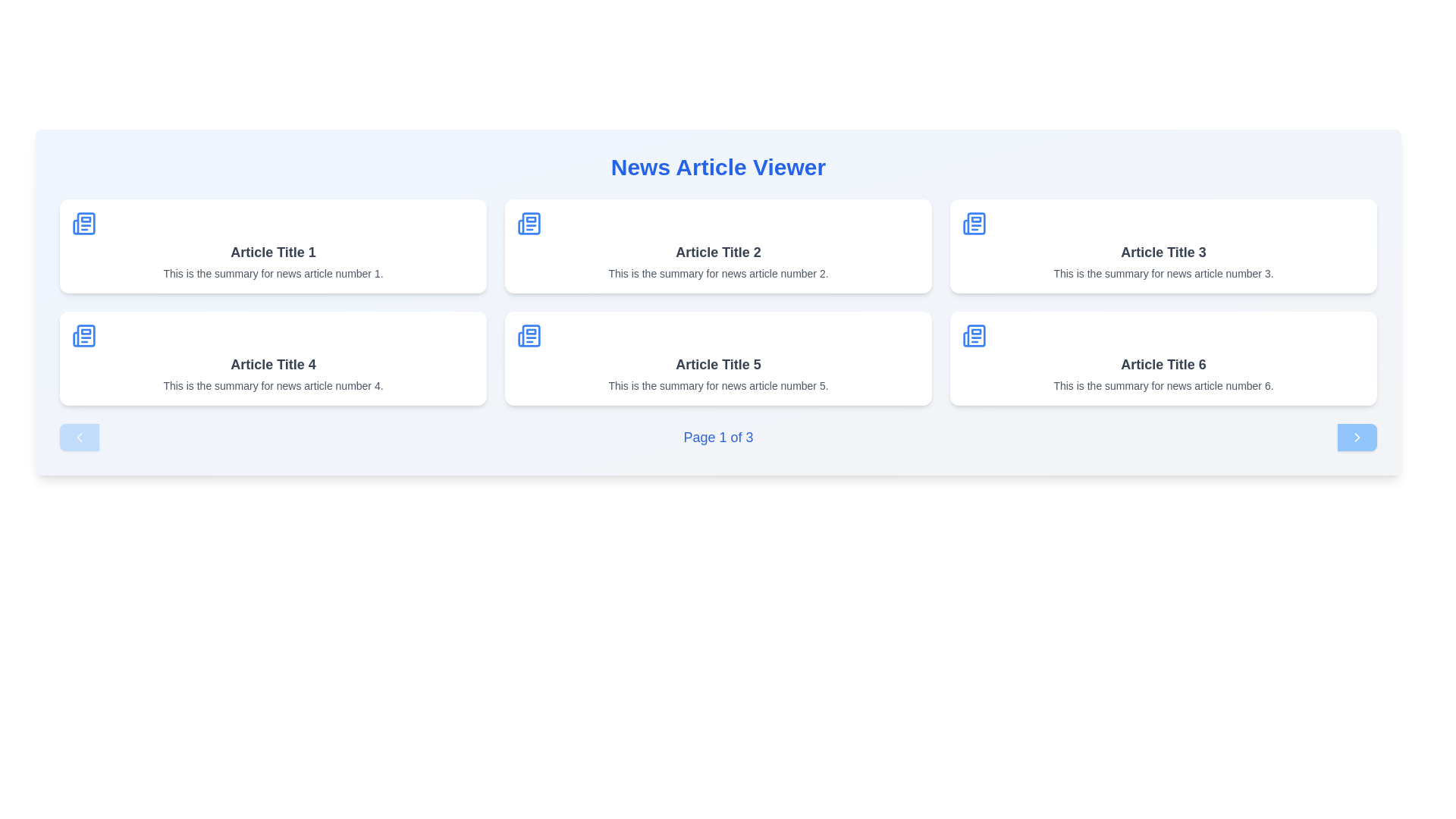 This screenshot has width=1456, height=819. What do you see at coordinates (717, 438) in the screenshot?
I see `the pagination indicator text label located in the footer area of the news article viewer, which displays the current page and total pages` at bounding box center [717, 438].